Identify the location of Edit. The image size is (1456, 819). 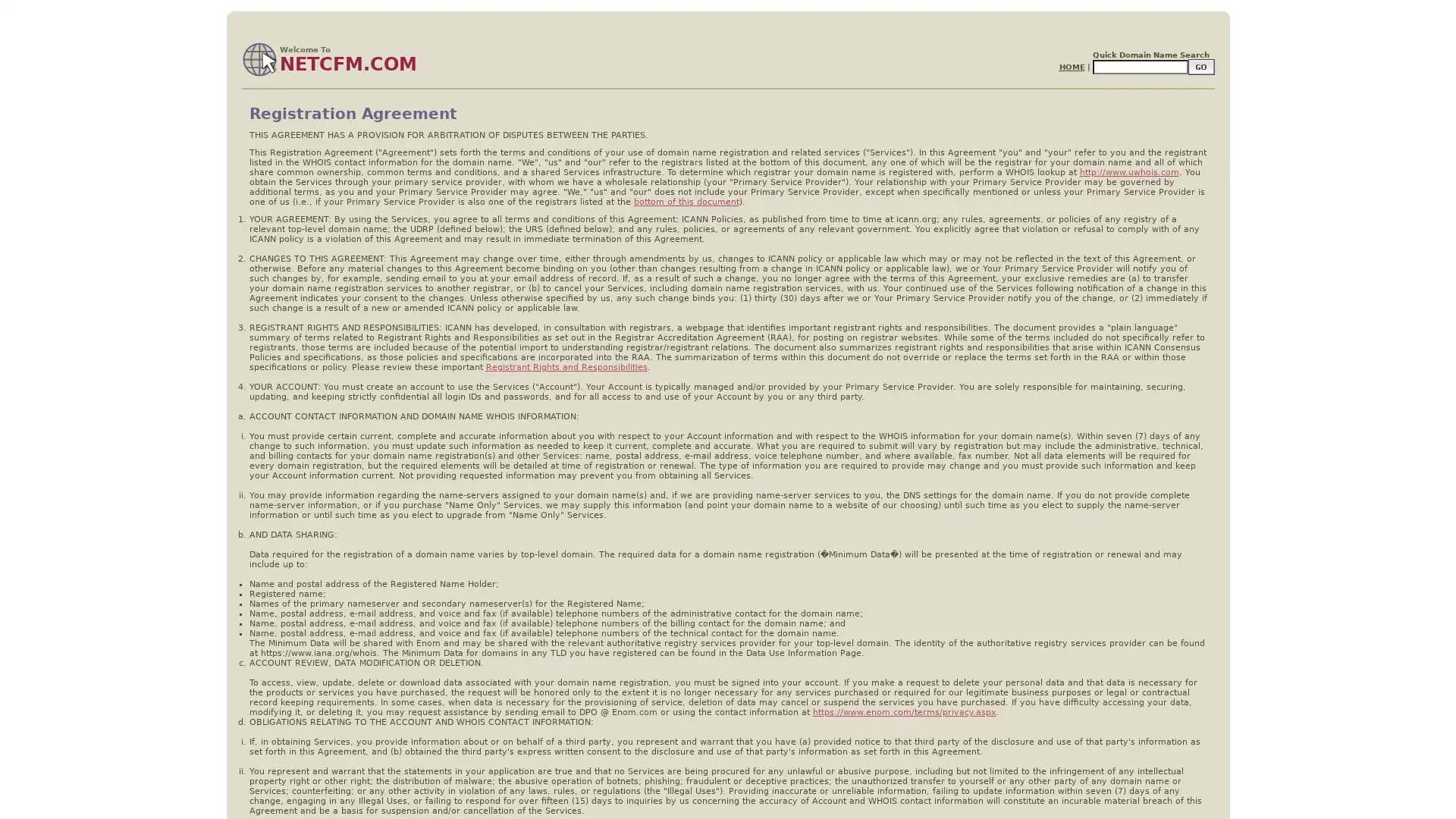
(1200, 66).